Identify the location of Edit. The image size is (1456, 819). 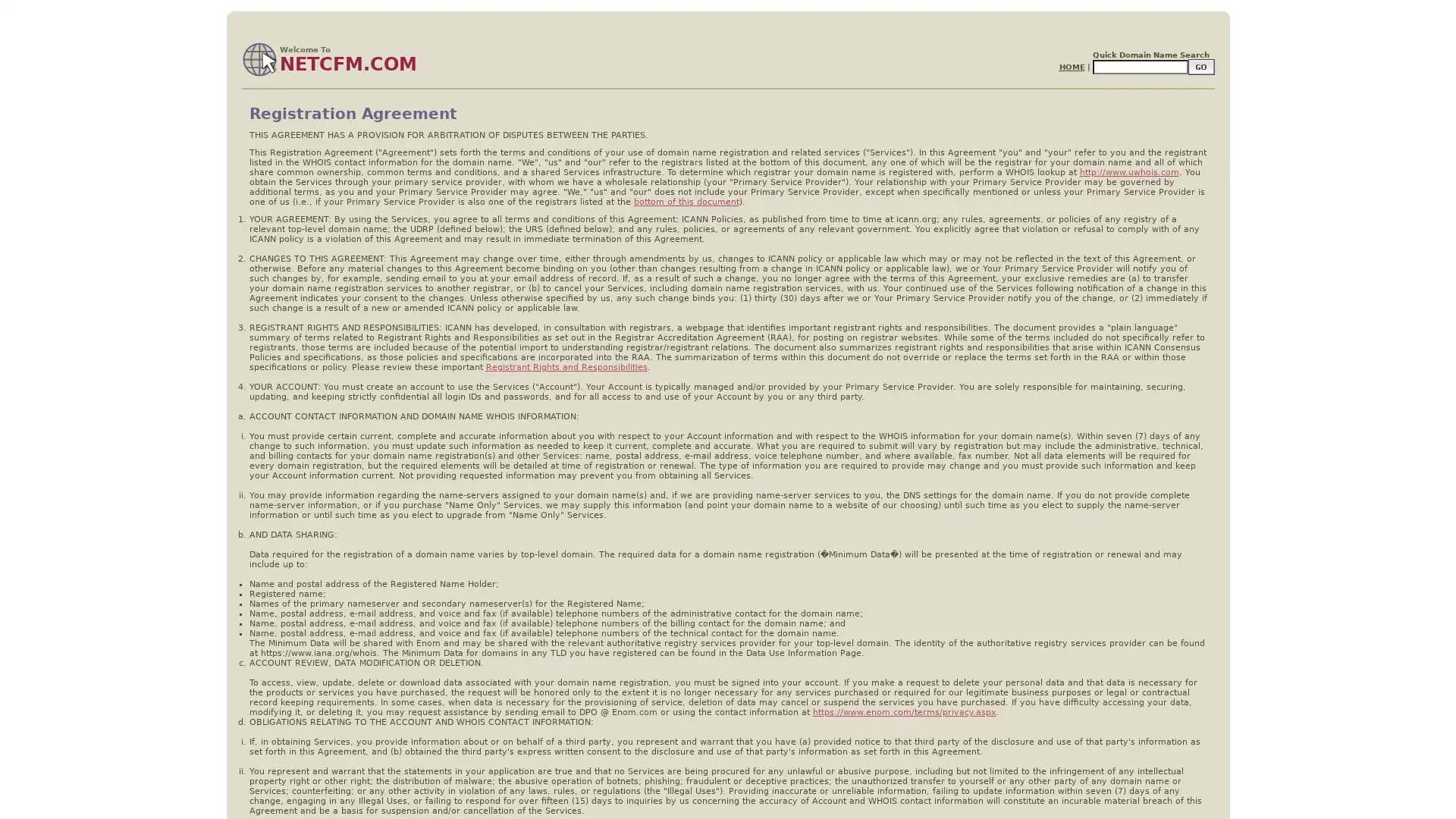
(1200, 66).